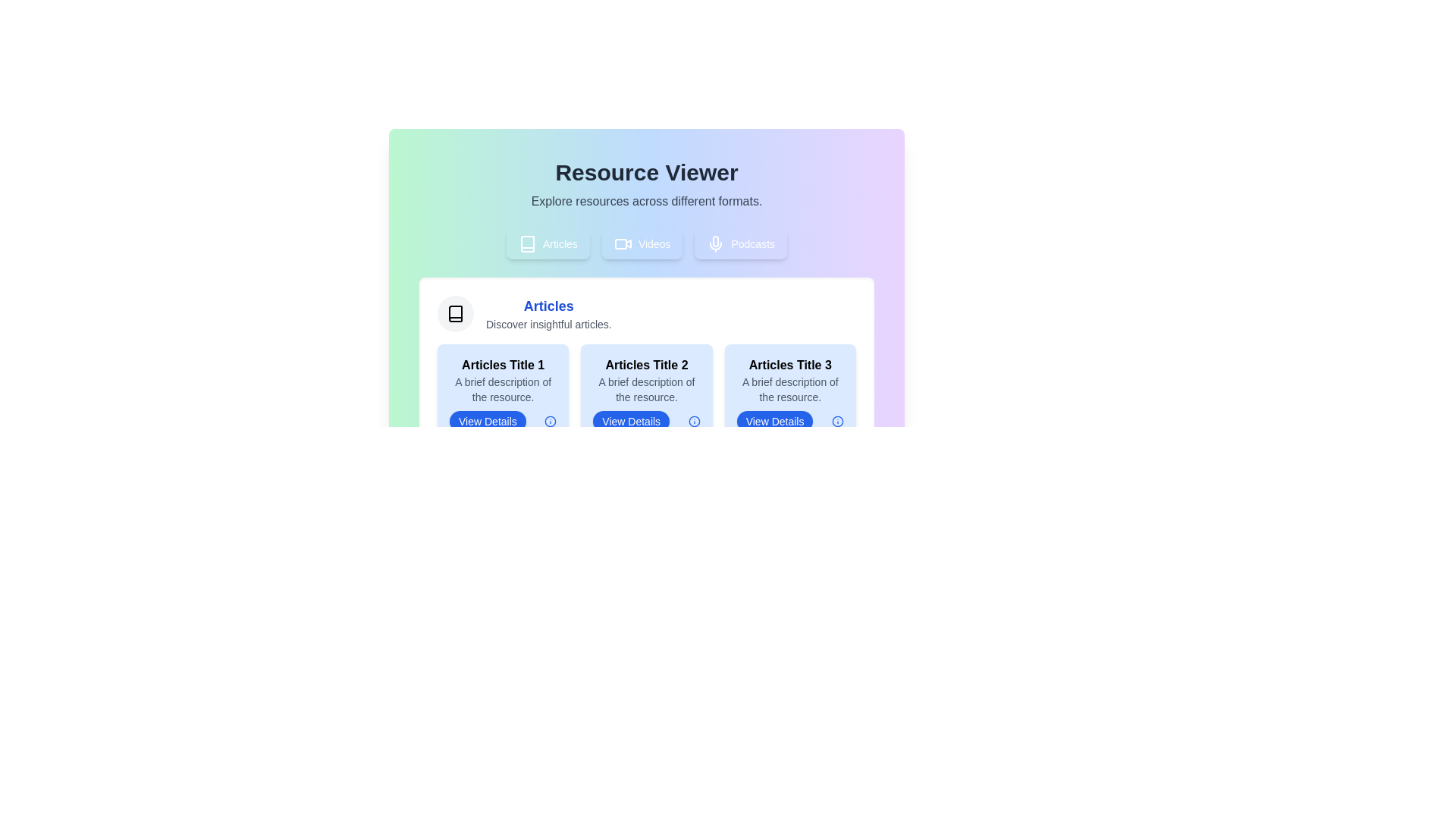 Image resolution: width=1456 pixels, height=819 pixels. Describe the element at coordinates (454, 312) in the screenshot. I see `the Icon button representing the 'Articles' category, located at the top-left corner of the card labeled 'Articles'` at that location.